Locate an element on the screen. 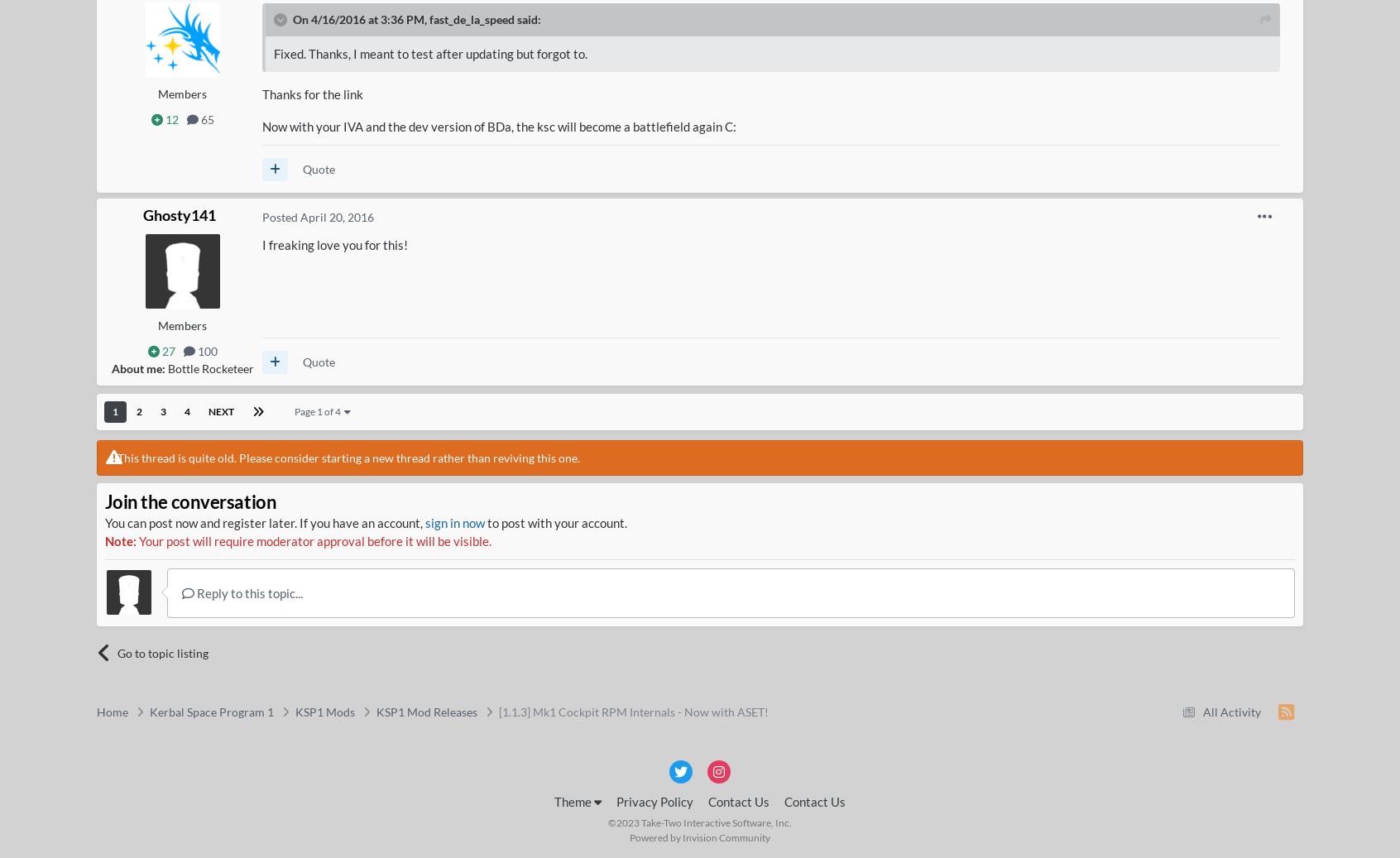 Image resolution: width=1400 pixels, height=858 pixels. 'This thread is quite old. Please consider starting a new thread rather than reviving this one.' is located at coordinates (348, 458).